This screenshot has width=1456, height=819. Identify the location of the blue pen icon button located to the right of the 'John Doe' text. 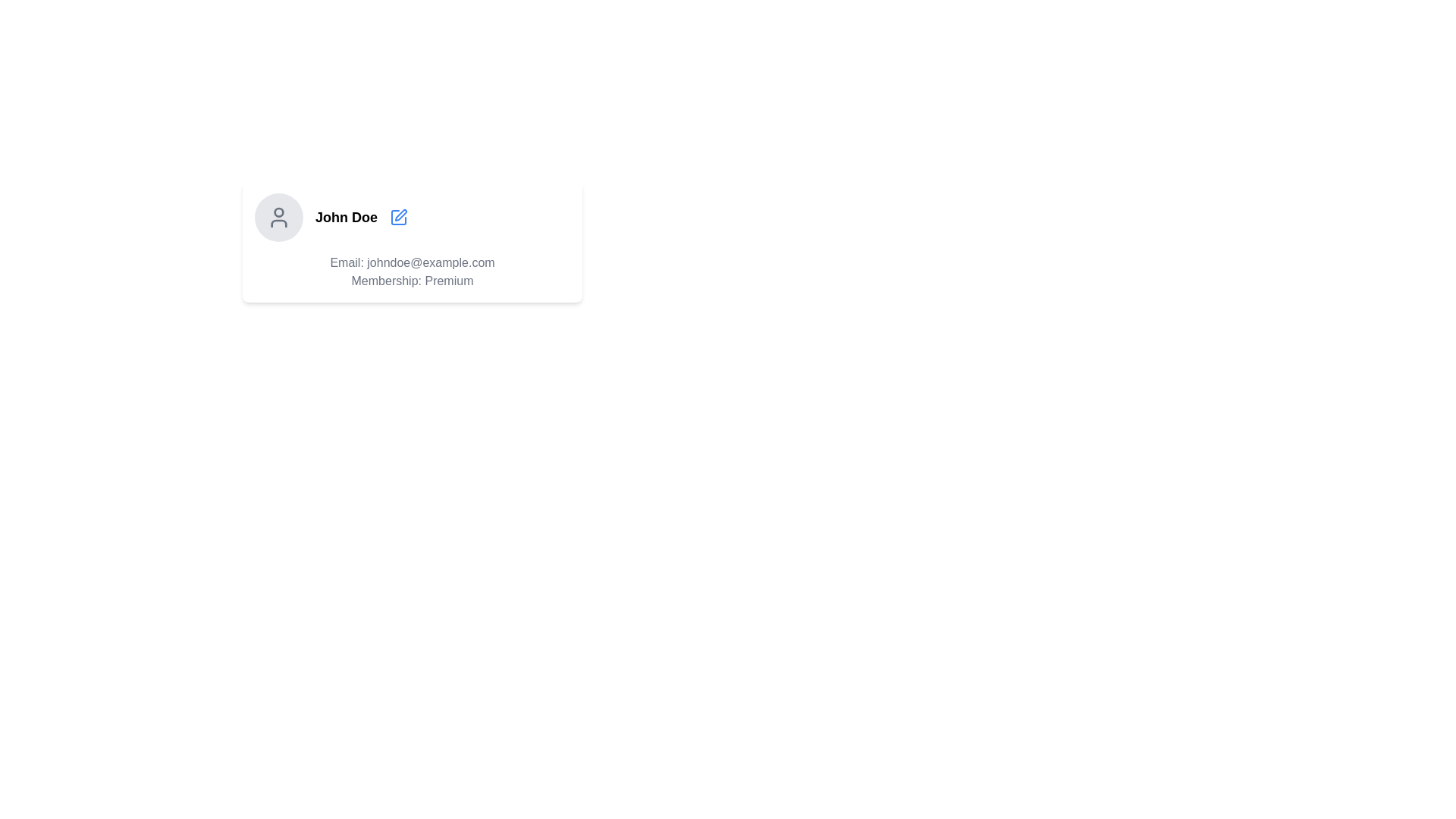
(399, 217).